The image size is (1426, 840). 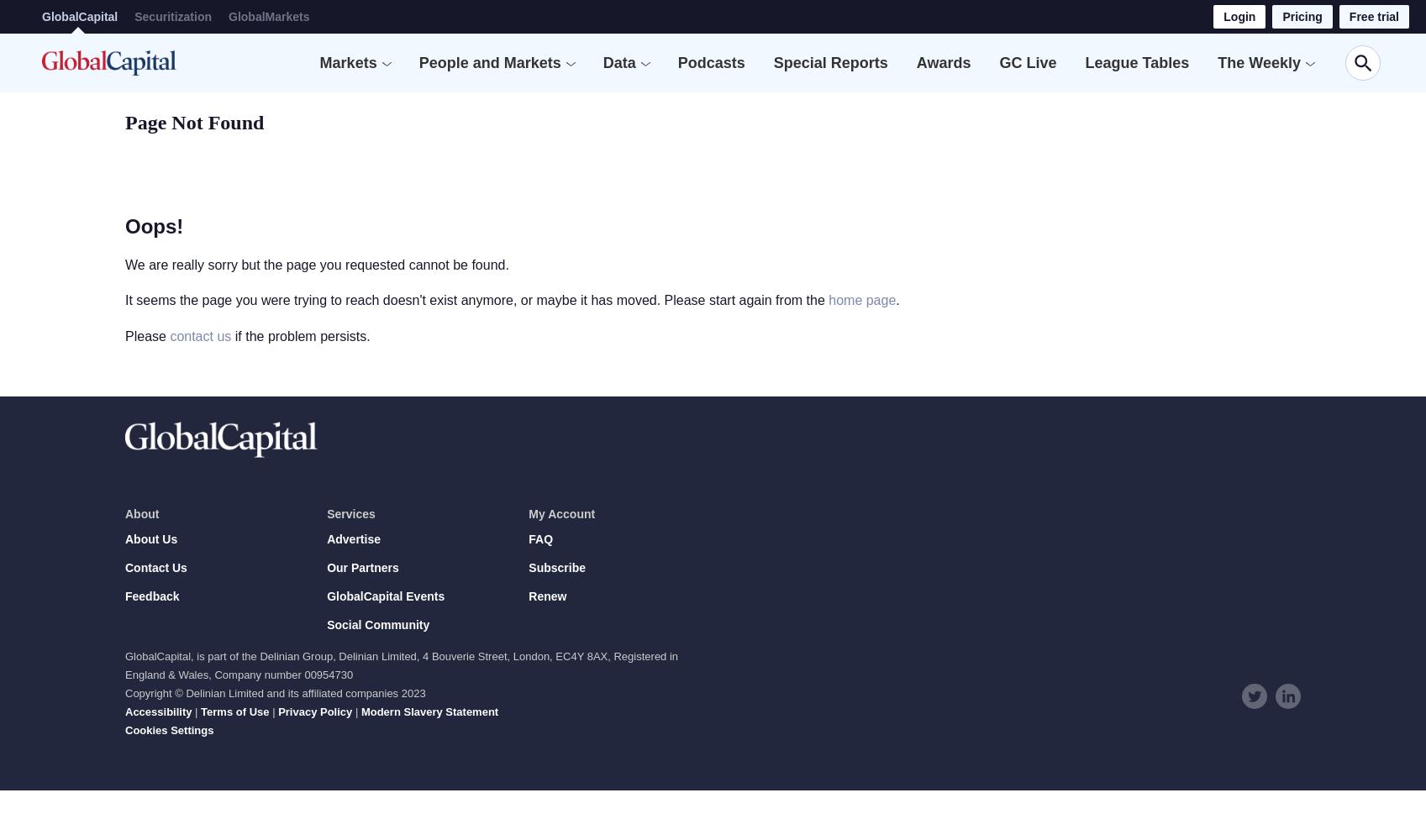 I want to click on 'Login', so click(x=1223, y=17).